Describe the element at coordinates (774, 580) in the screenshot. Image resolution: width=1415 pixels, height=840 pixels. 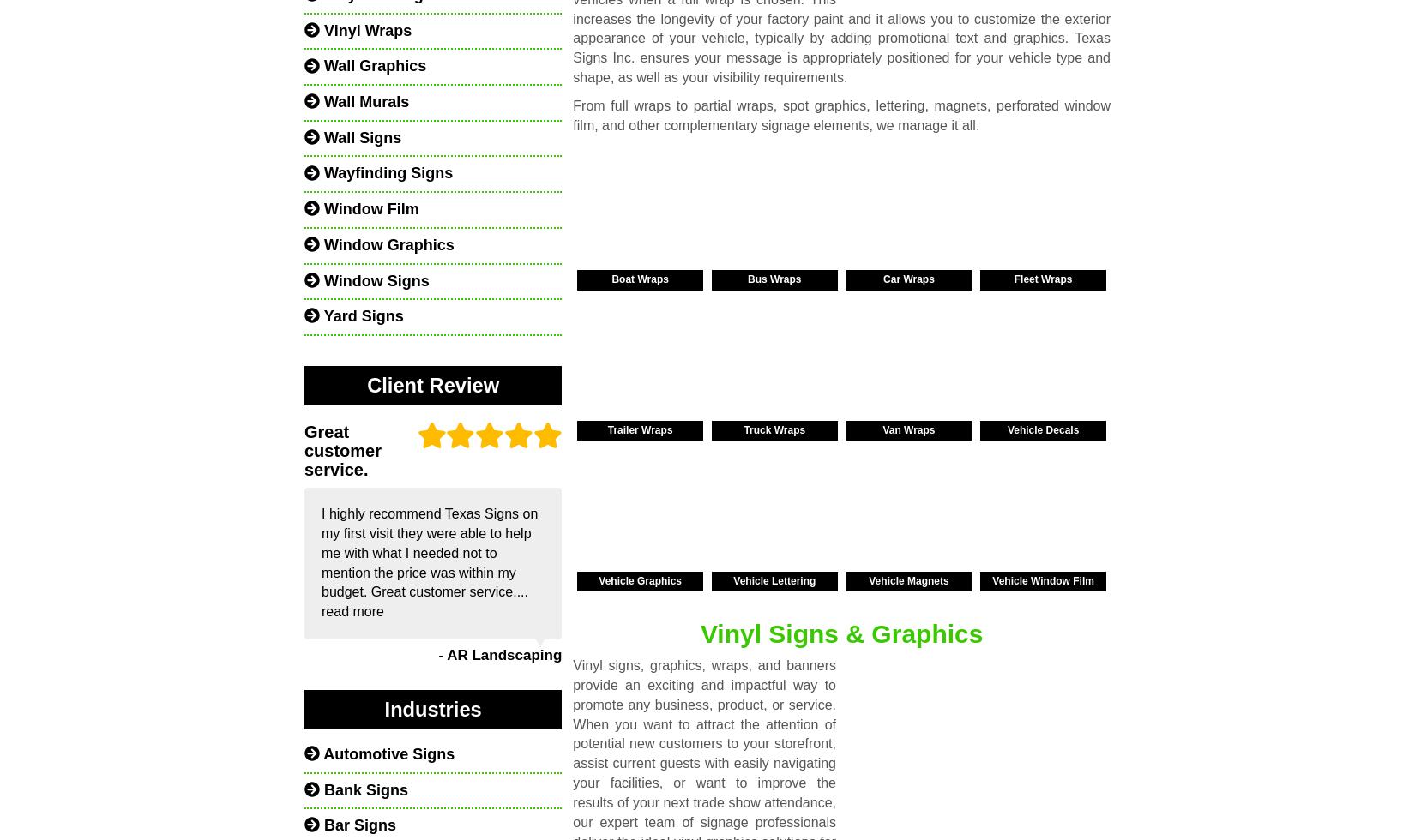
I see `'Vehicle Lettering'` at that location.